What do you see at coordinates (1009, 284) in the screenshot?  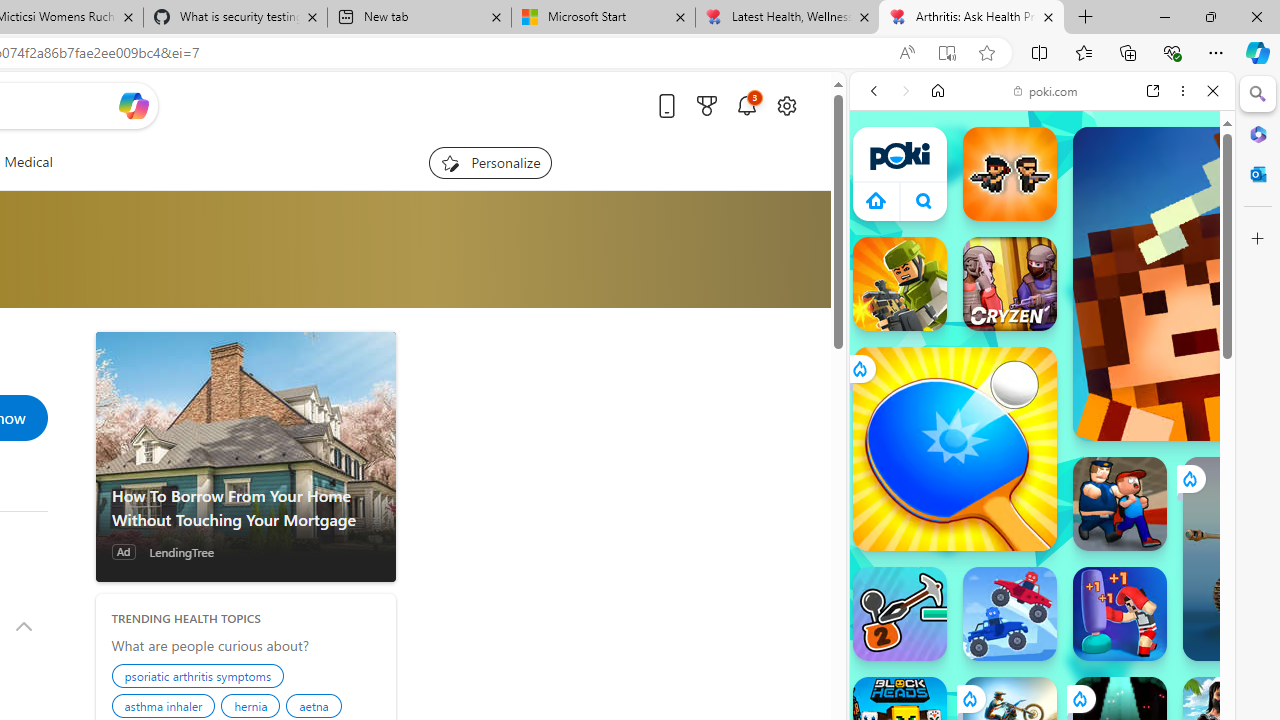 I see `'Cryzen.io'` at bounding box center [1009, 284].